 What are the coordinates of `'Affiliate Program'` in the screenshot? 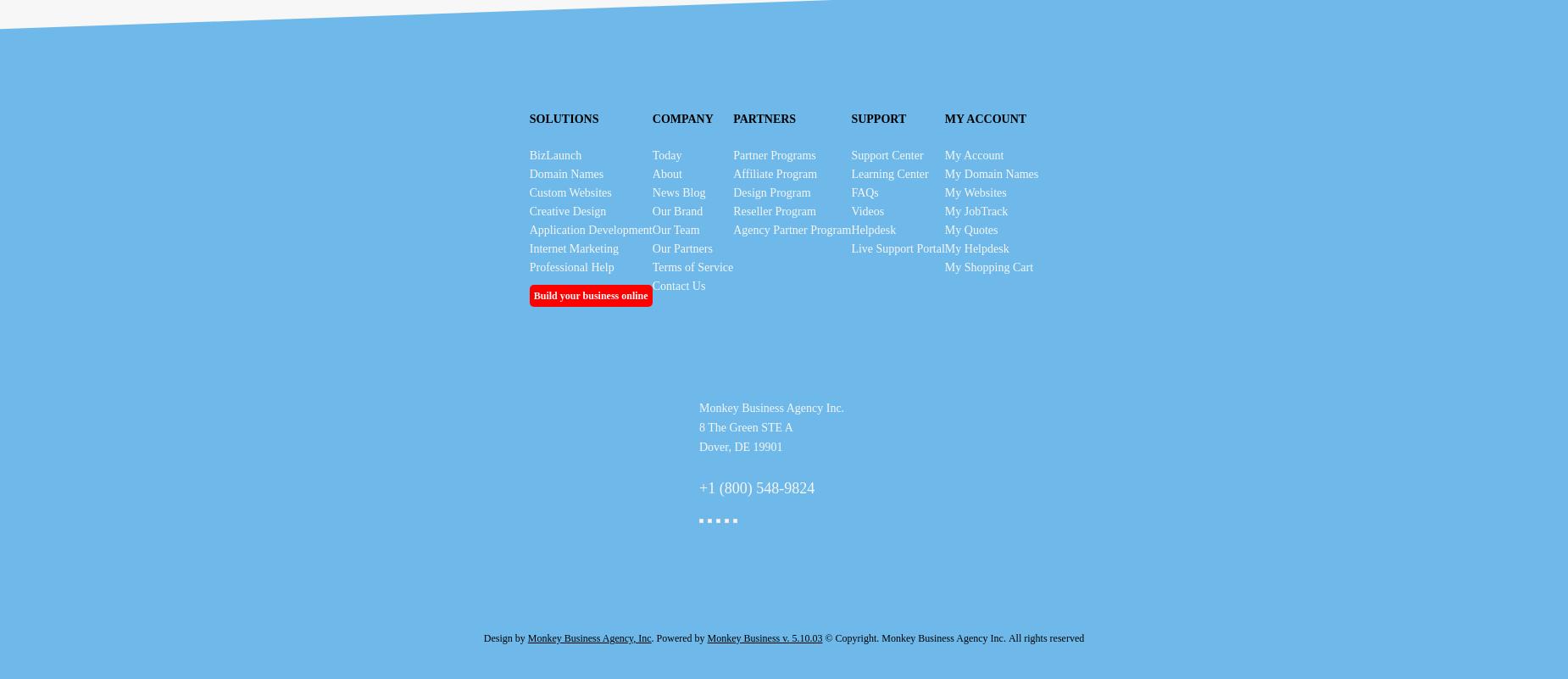 It's located at (775, 173).